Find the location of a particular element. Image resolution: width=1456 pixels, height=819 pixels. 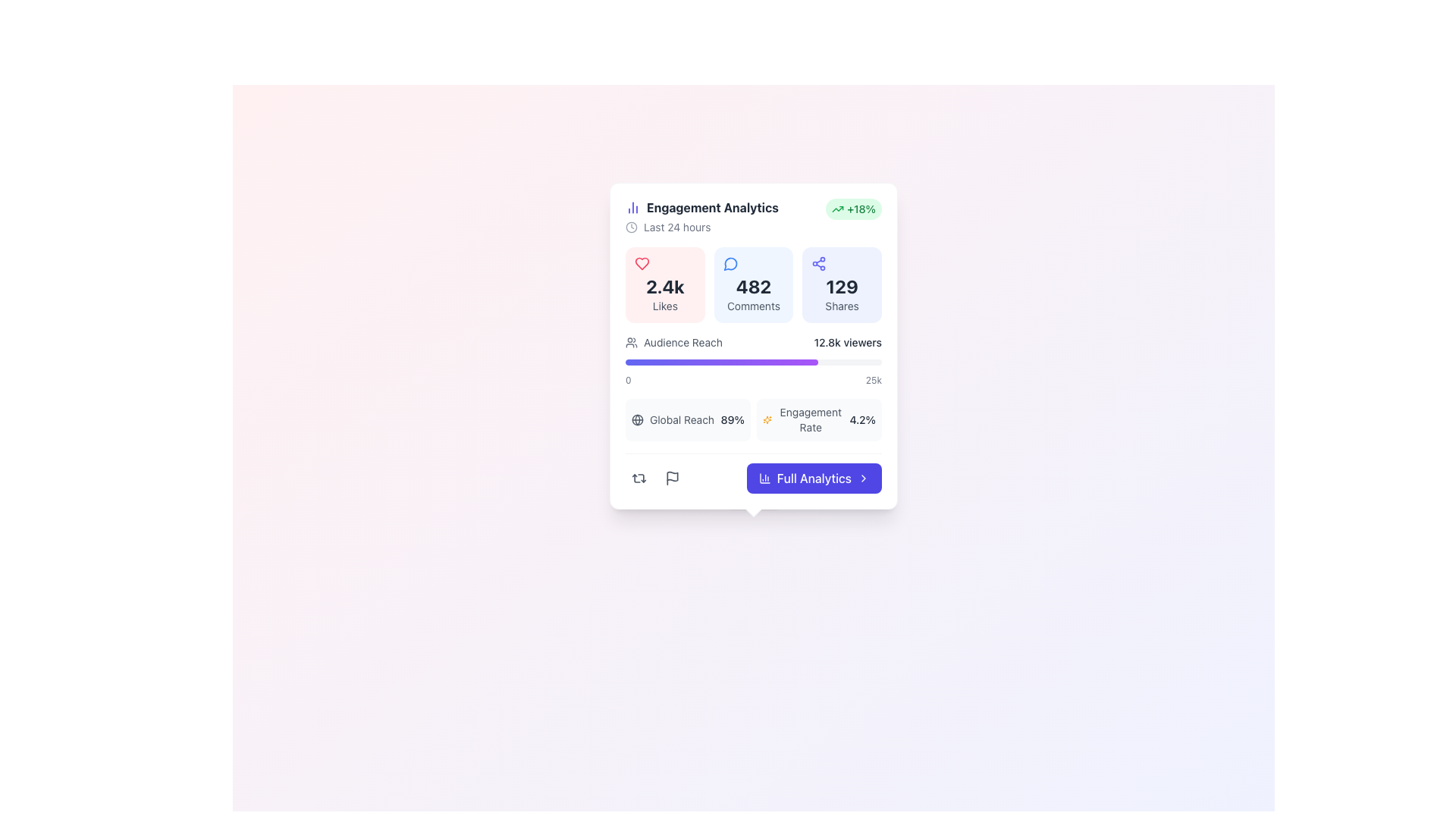

the circular refresh button located in the lower-left corner of the card, featuring two arrows in a circular motion is located at coordinates (639, 479).